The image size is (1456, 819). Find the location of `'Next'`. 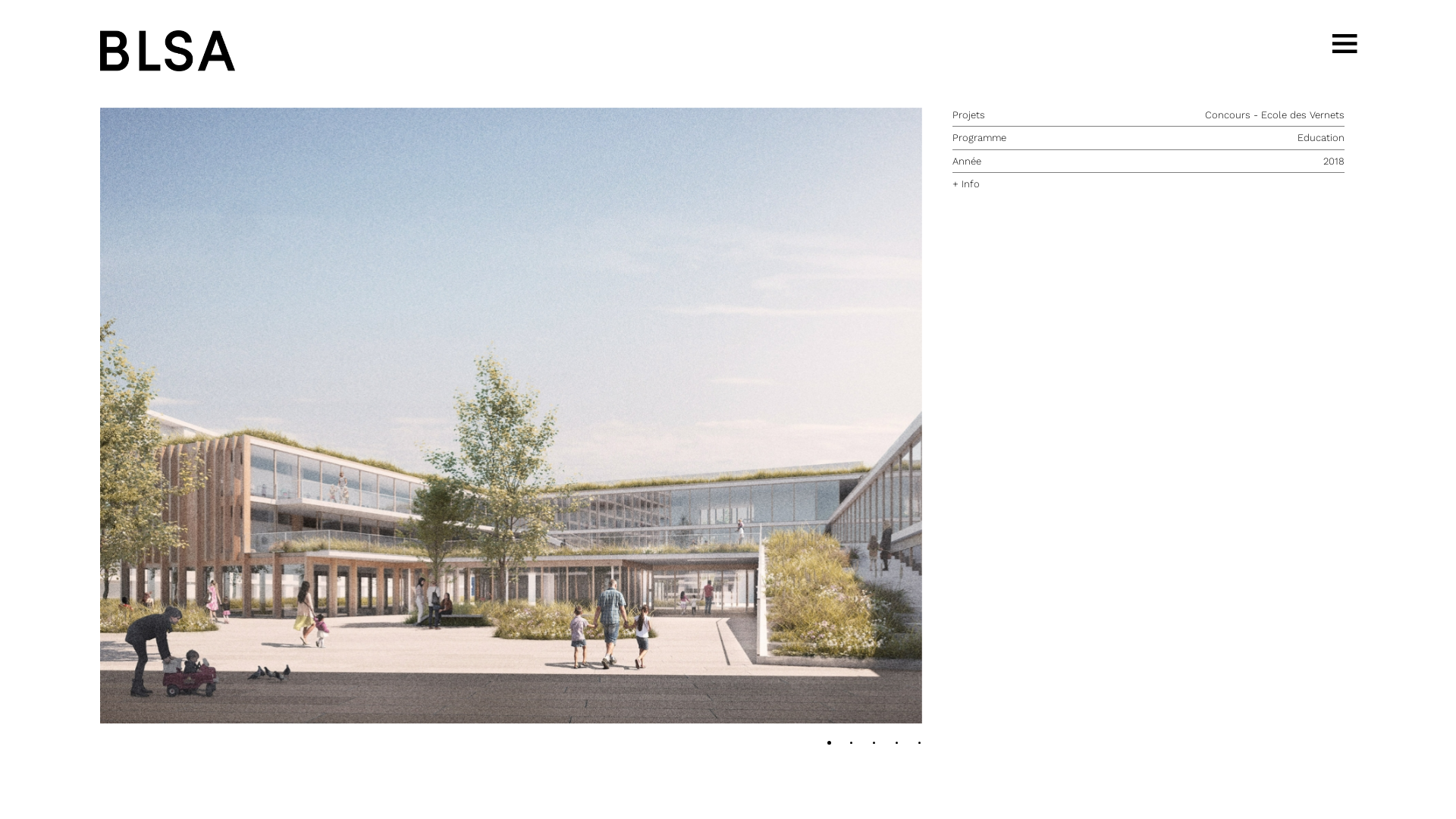

'Next' is located at coordinates (510, 416).